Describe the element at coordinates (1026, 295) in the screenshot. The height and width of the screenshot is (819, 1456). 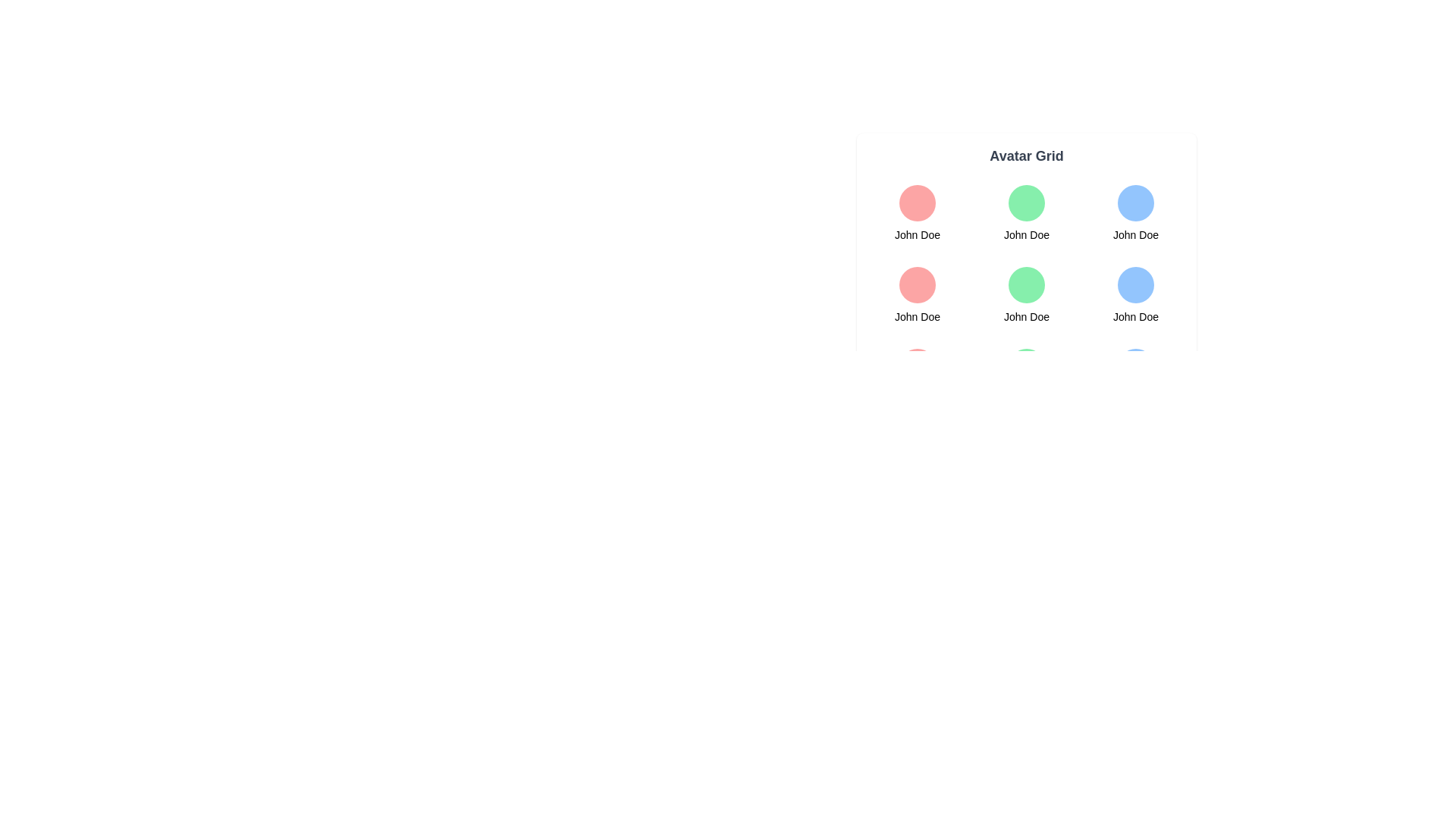
I see `the avatar in the Profile component, which includes an avatar area and a name label, located in the center of the second row of a grid layout` at that location.